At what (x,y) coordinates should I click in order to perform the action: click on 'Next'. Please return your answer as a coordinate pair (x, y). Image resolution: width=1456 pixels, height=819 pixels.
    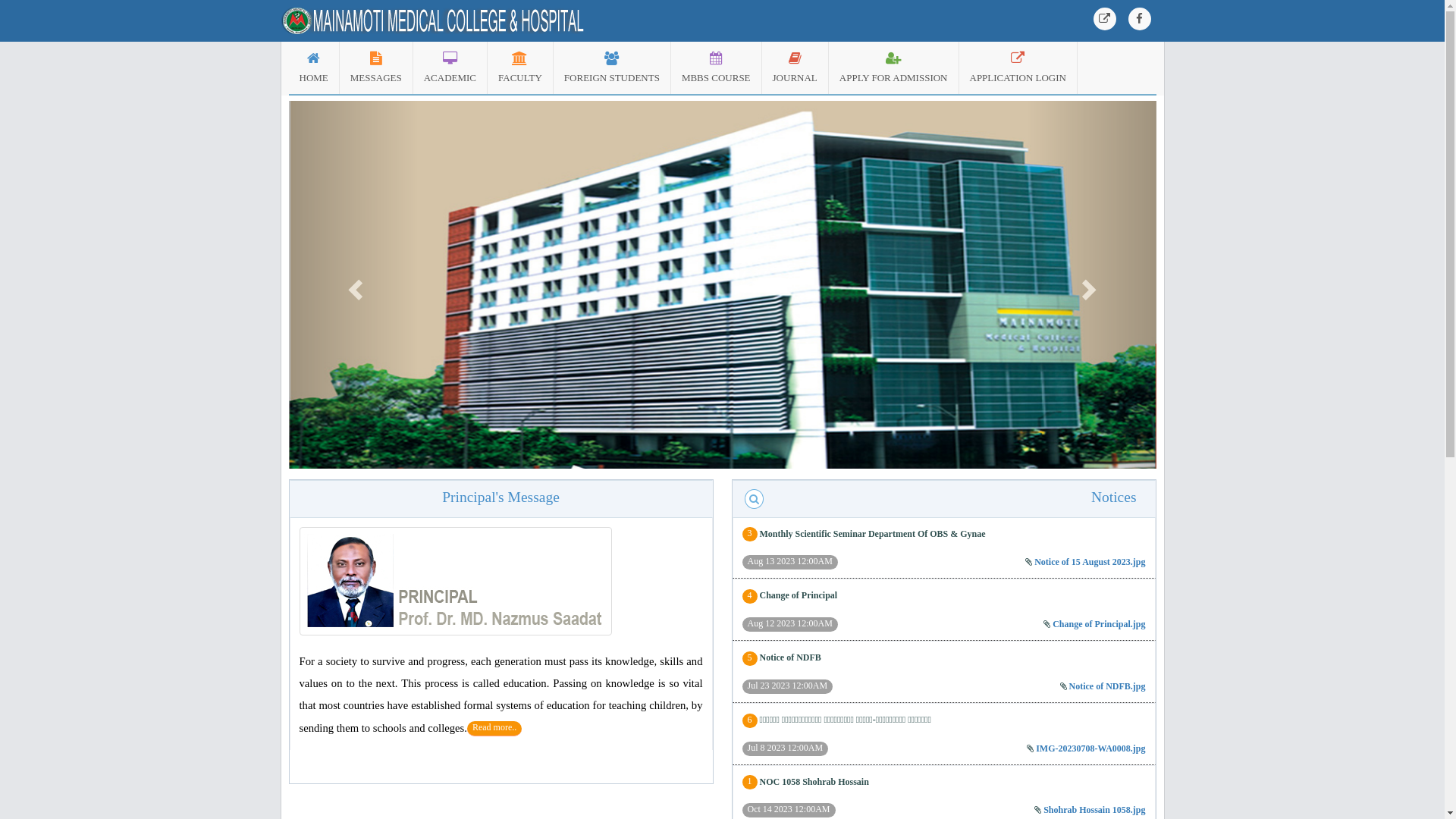
    Looking at the image, I should click on (1090, 284).